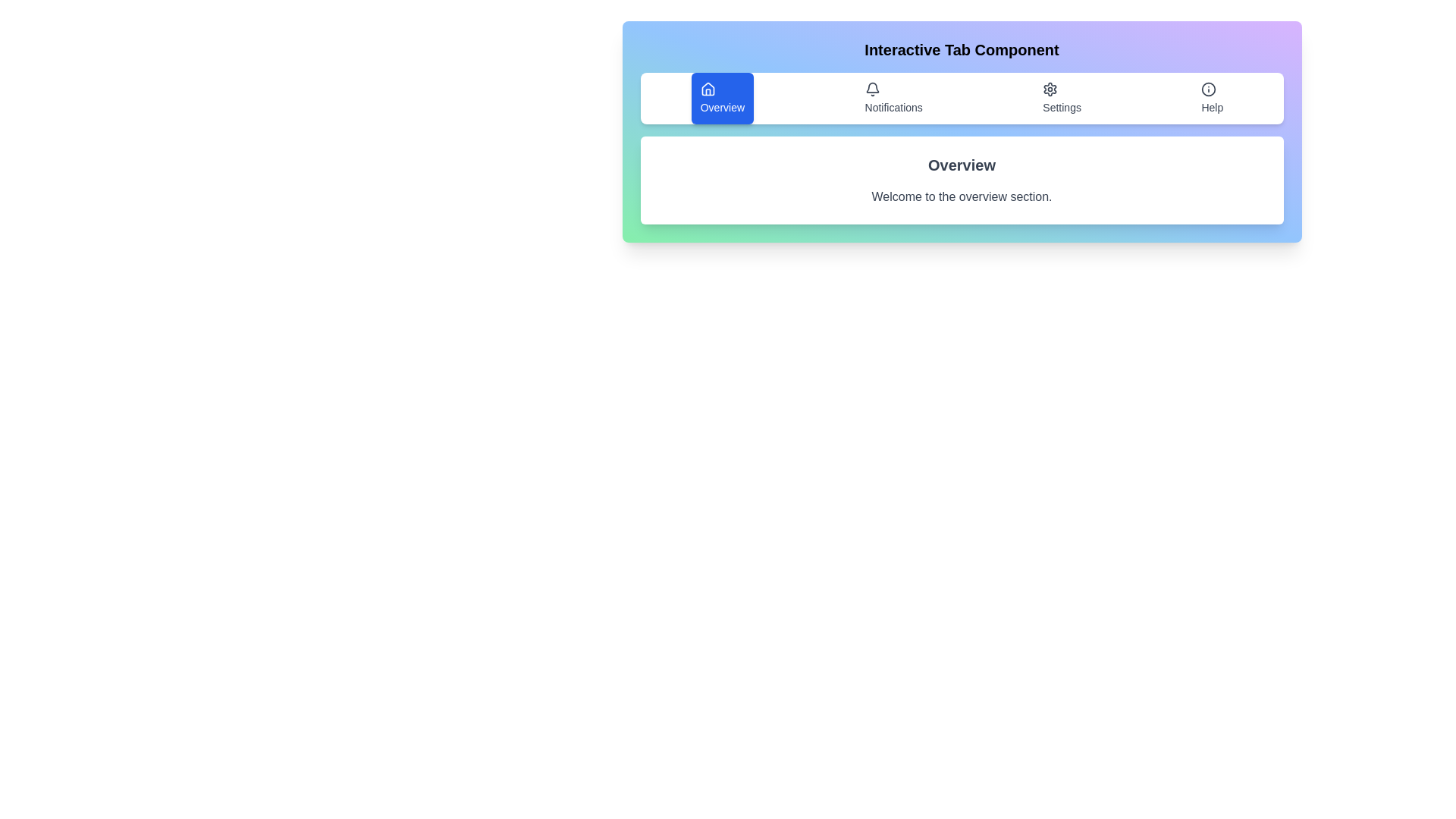  I want to click on the tab labeled Settings, so click(1061, 99).